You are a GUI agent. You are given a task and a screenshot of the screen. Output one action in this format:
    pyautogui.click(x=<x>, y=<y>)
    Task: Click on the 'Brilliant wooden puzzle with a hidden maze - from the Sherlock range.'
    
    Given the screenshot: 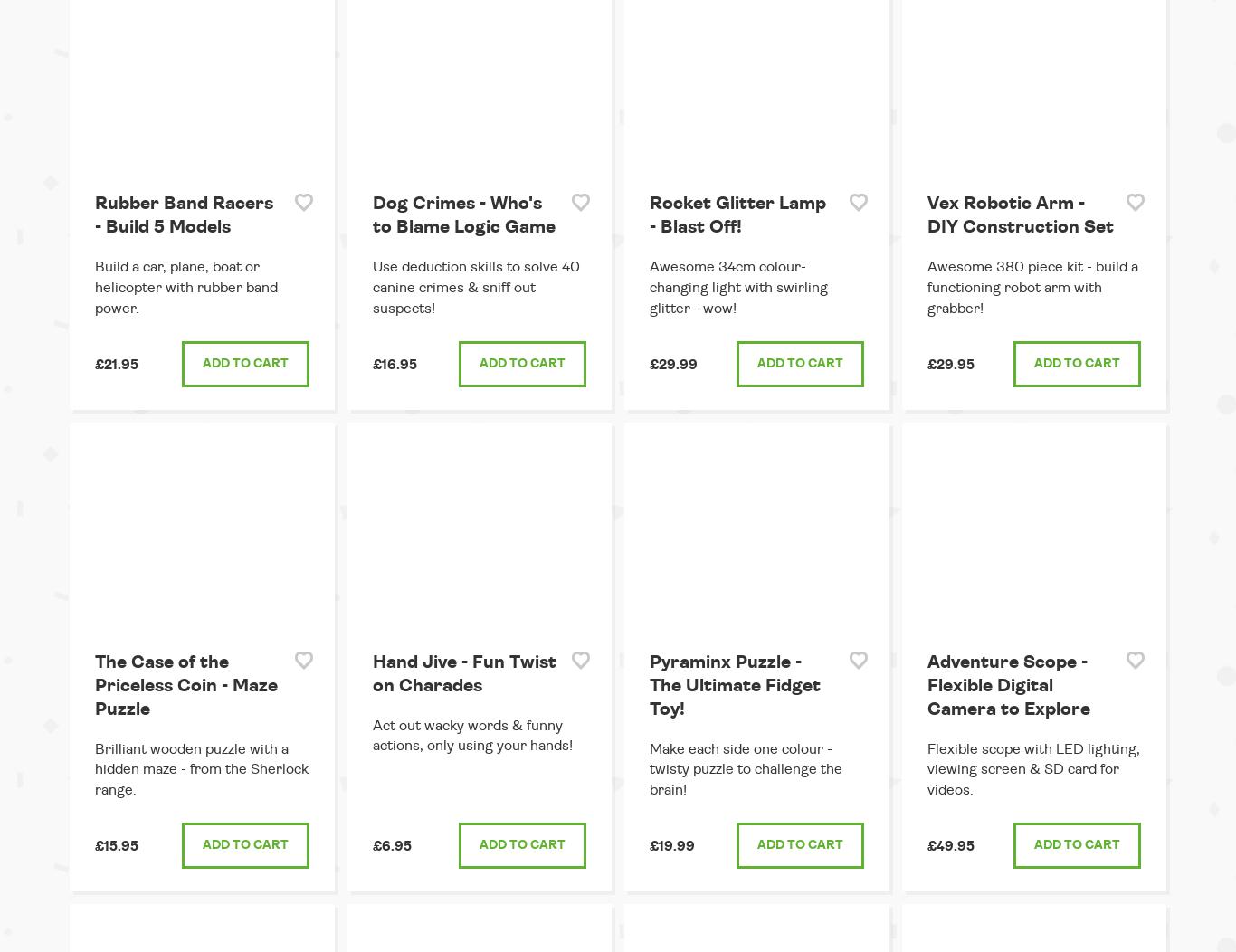 What is the action you would take?
    pyautogui.click(x=201, y=768)
    